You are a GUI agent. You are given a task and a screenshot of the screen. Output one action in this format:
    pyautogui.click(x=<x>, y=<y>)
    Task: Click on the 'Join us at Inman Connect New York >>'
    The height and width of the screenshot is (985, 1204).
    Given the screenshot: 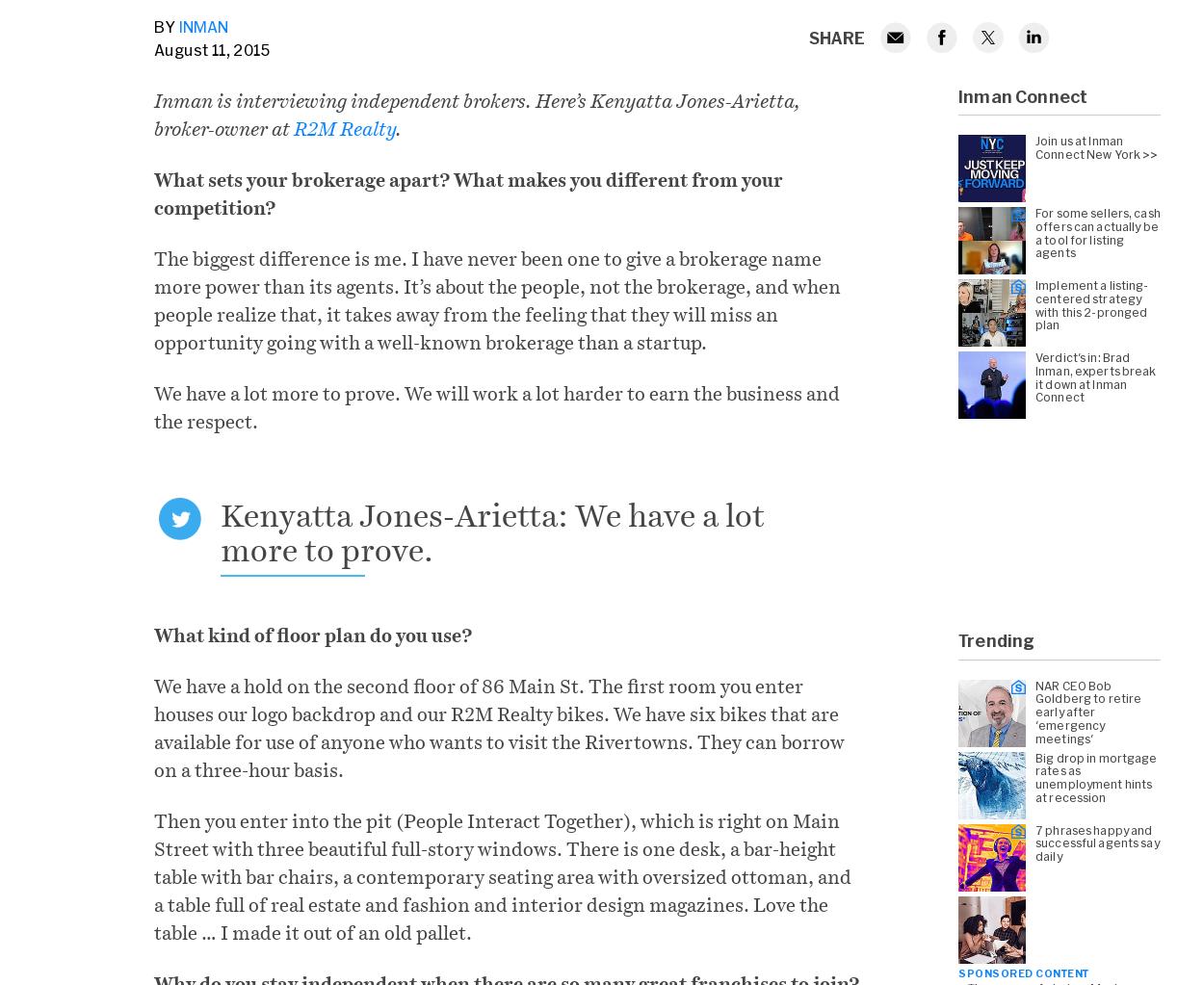 What is the action you would take?
    pyautogui.click(x=1096, y=145)
    